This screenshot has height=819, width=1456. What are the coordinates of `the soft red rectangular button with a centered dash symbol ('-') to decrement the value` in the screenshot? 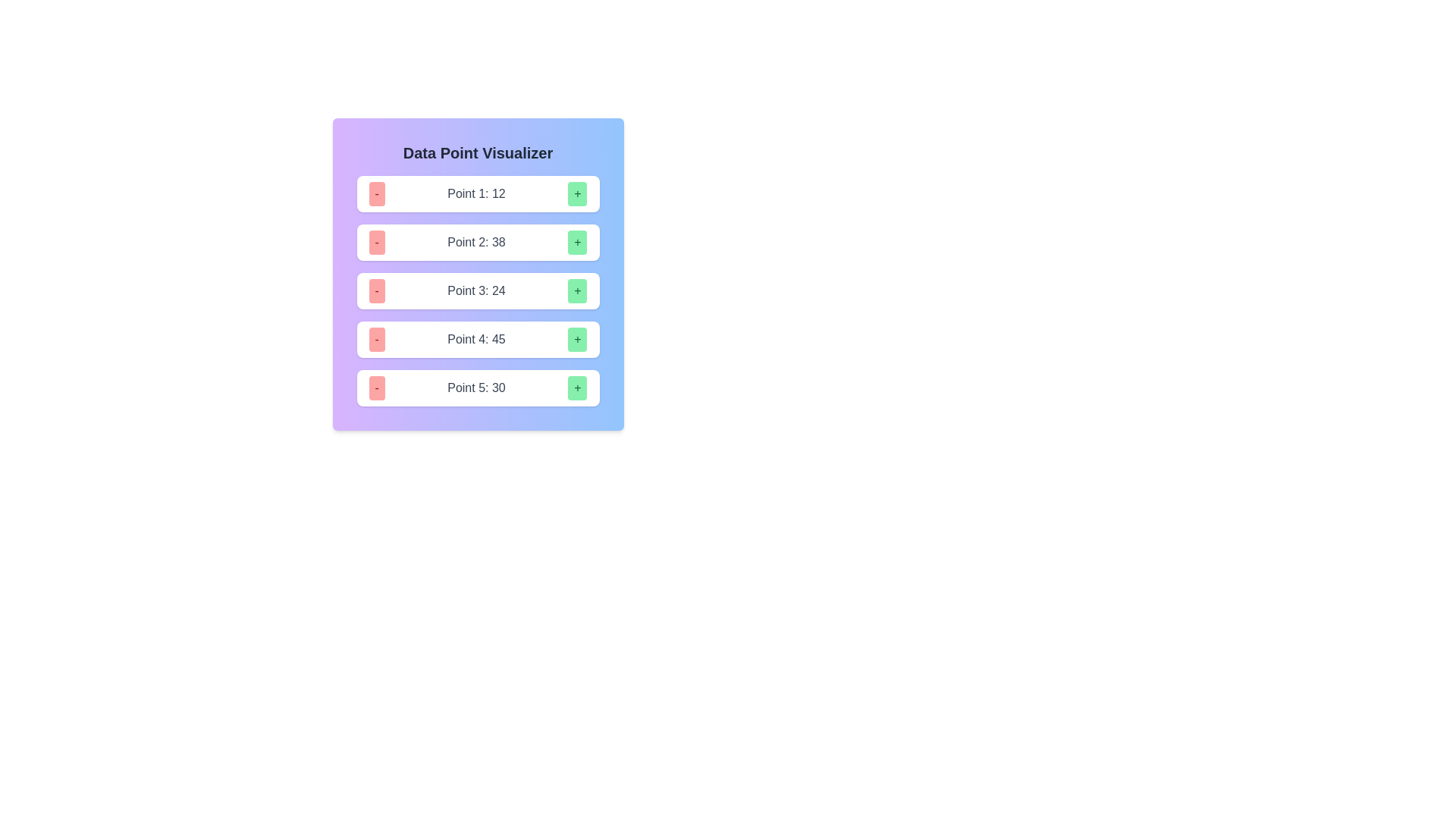 It's located at (377, 193).